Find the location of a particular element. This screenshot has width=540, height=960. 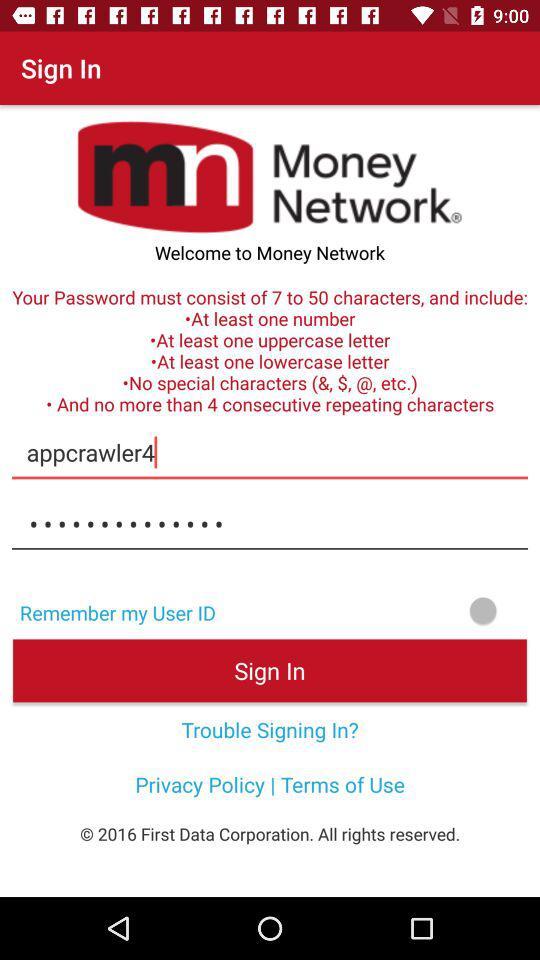

icon above the remember my user item is located at coordinates (270, 523).